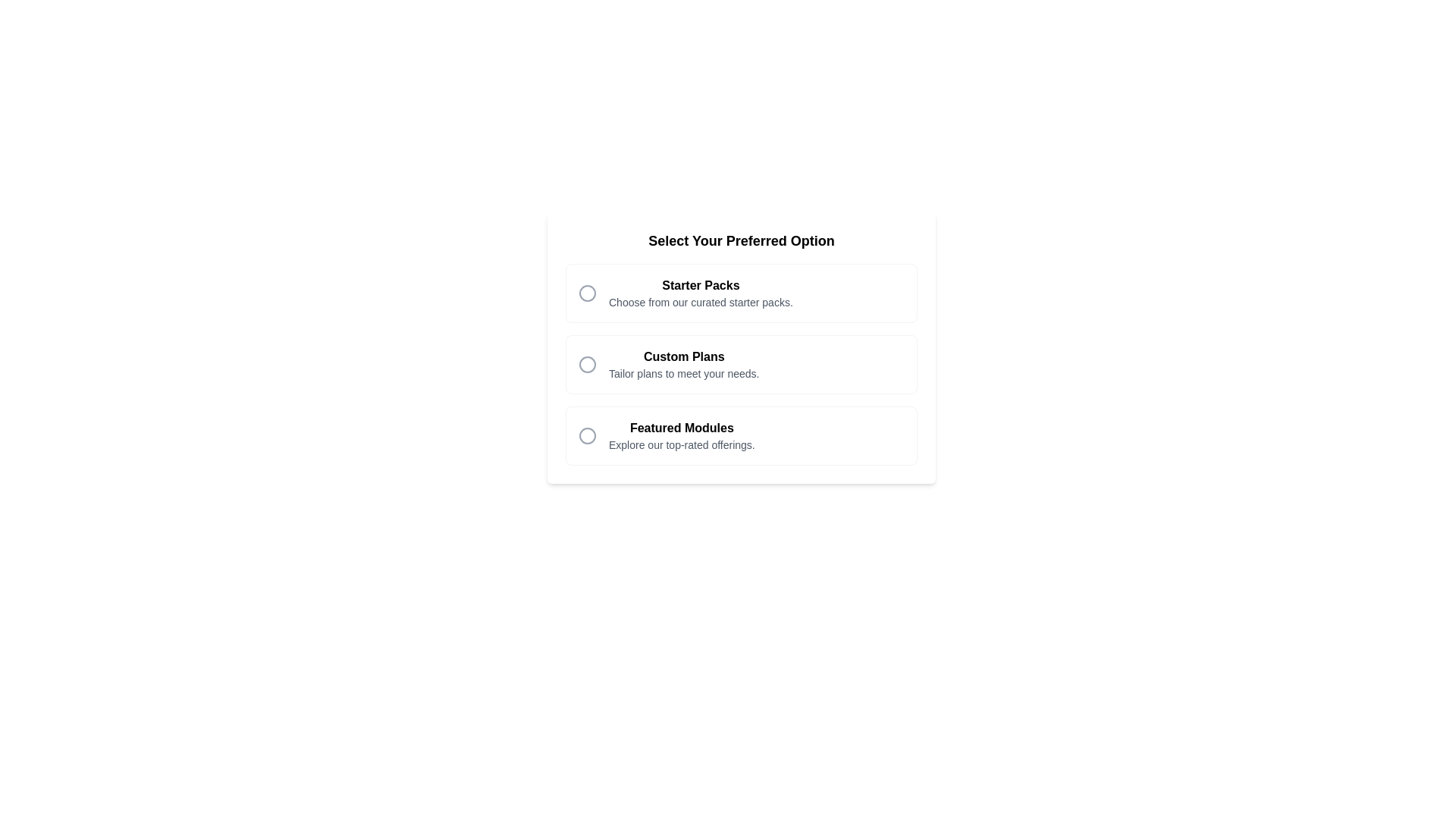 The height and width of the screenshot is (819, 1456). Describe the element at coordinates (586, 435) in the screenshot. I see `the state of the circular icon located in the third row of options under the 'Featured Modules' title` at that location.